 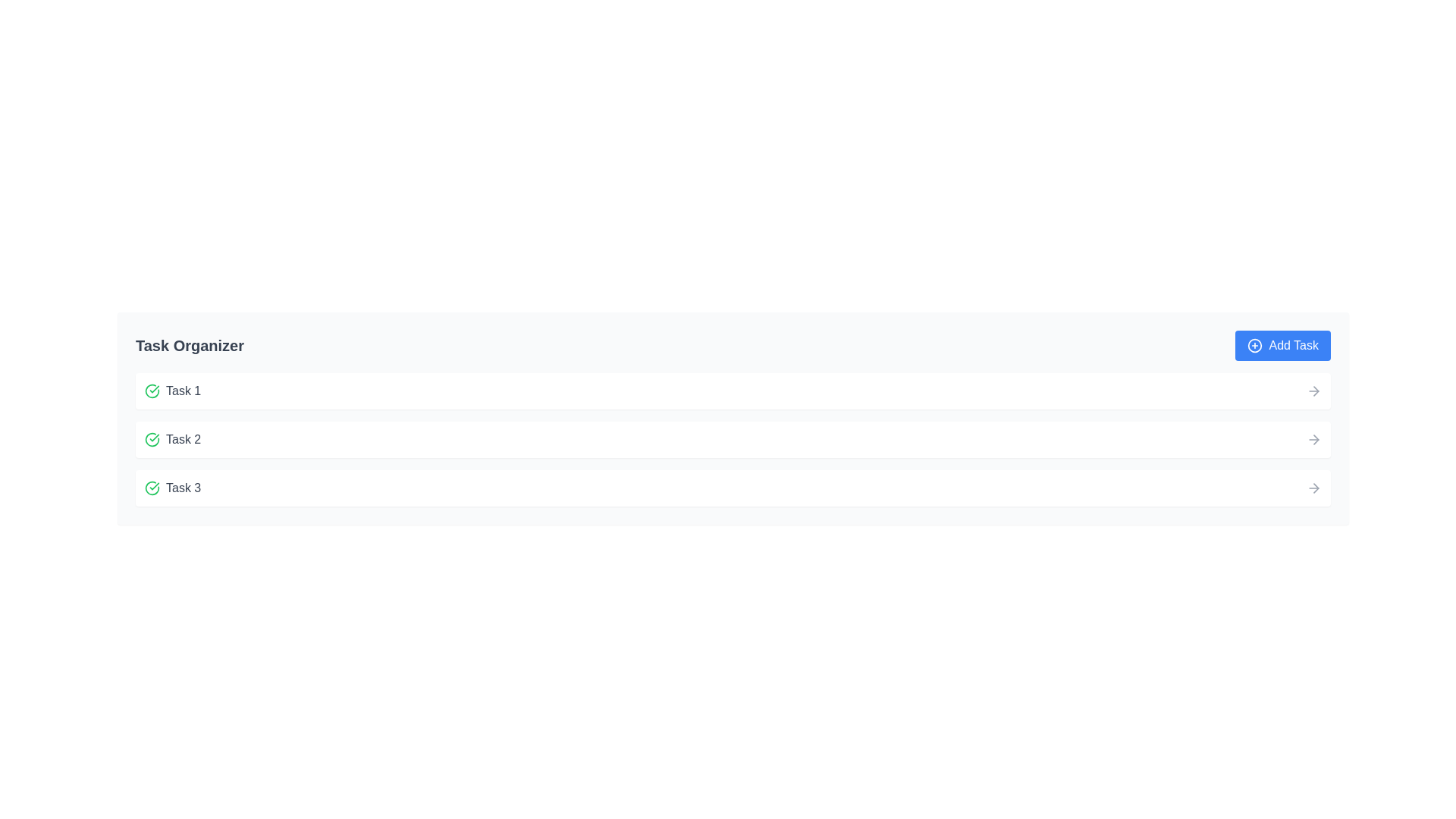 I want to click on the arrow icon located at the far right of 'Task 2', so click(x=1313, y=439).